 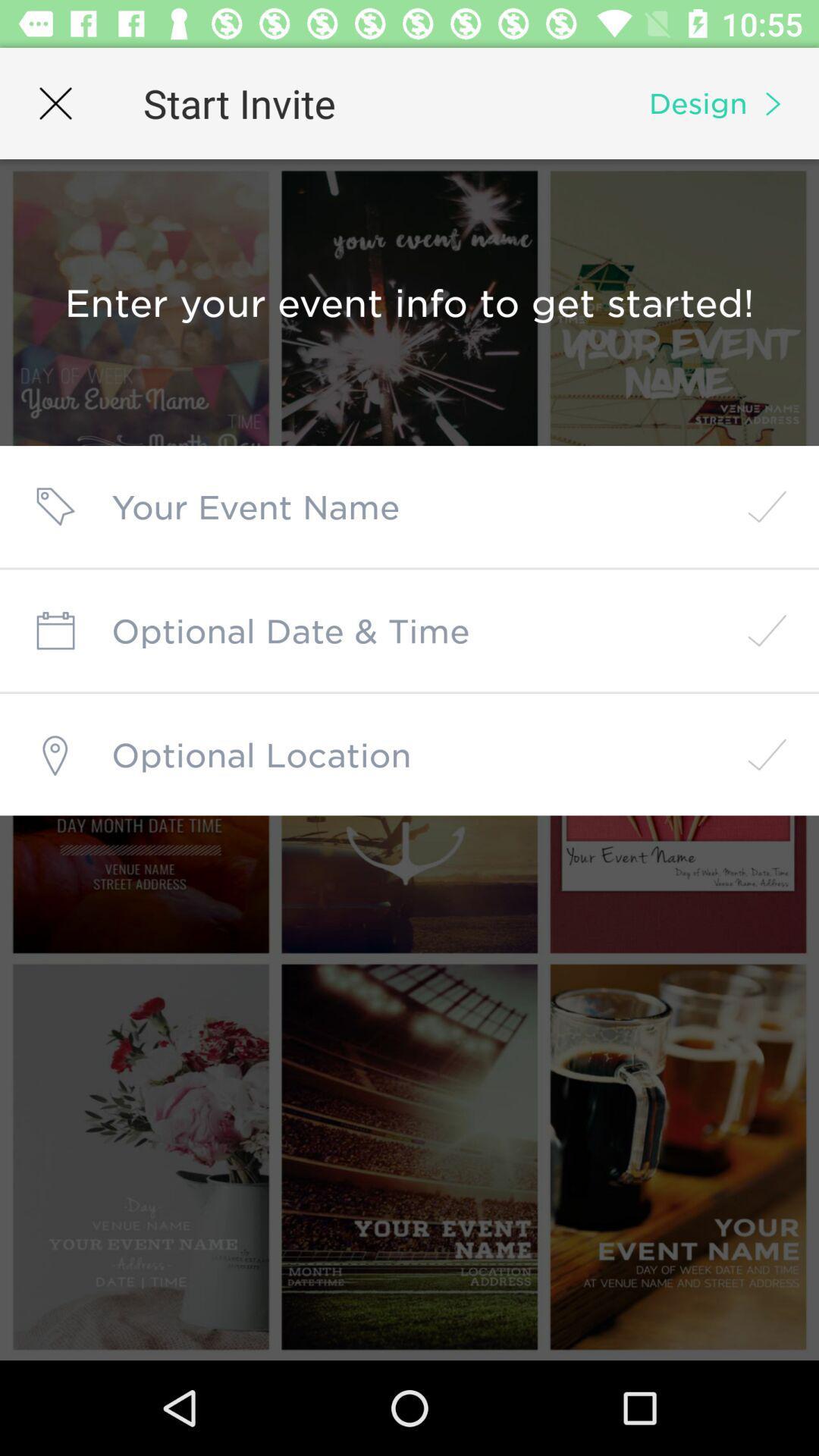 What do you see at coordinates (409, 507) in the screenshot?
I see `the event` at bounding box center [409, 507].